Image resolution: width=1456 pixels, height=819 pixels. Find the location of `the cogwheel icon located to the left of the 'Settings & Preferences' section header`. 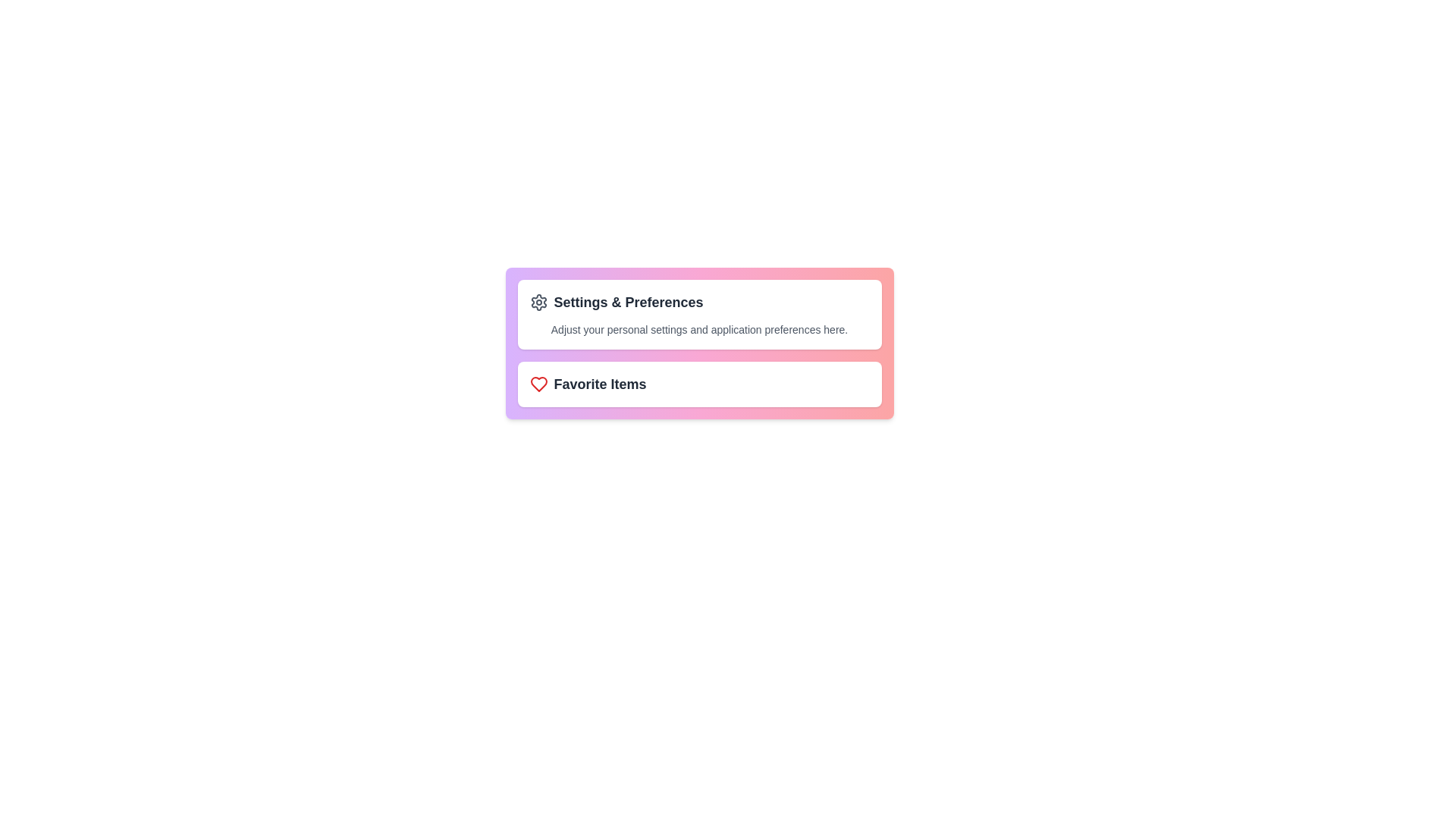

the cogwheel icon located to the left of the 'Settings & Preferences' section header is located at coordinates (538, 302).